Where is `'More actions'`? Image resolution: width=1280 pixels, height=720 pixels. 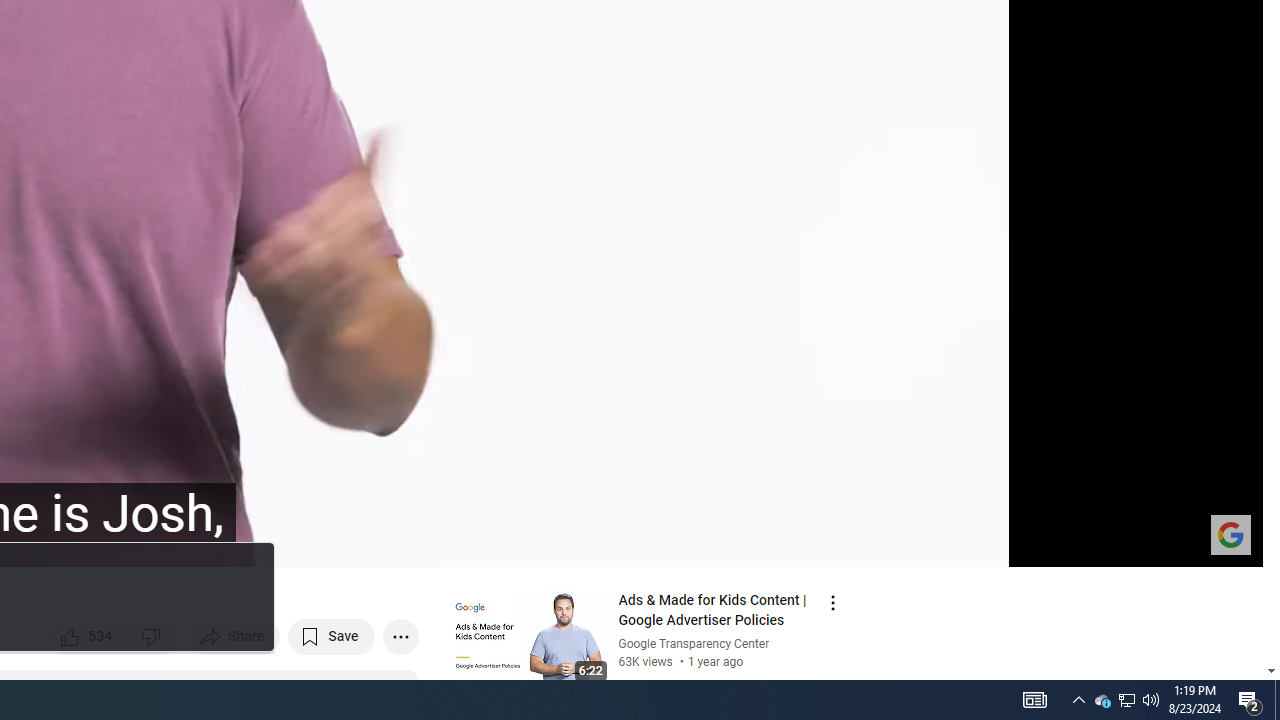
'More actions' is located at coordinates (400, 636).